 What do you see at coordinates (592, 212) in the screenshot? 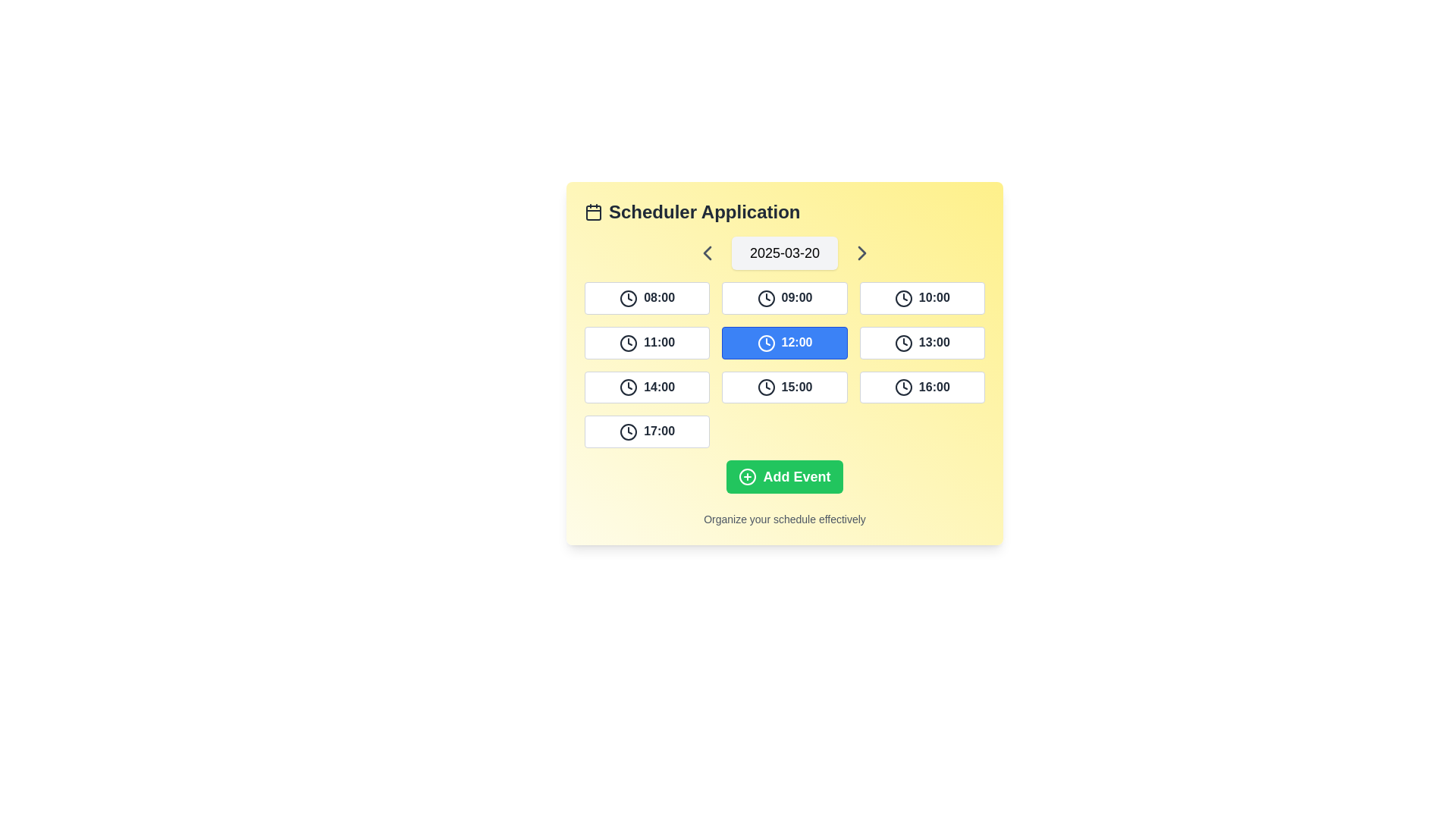
I see `the SVG Icon that indicates the theme of the Scheduler Application, positioned to the far left of the title section` at bounding box center [592, 212].